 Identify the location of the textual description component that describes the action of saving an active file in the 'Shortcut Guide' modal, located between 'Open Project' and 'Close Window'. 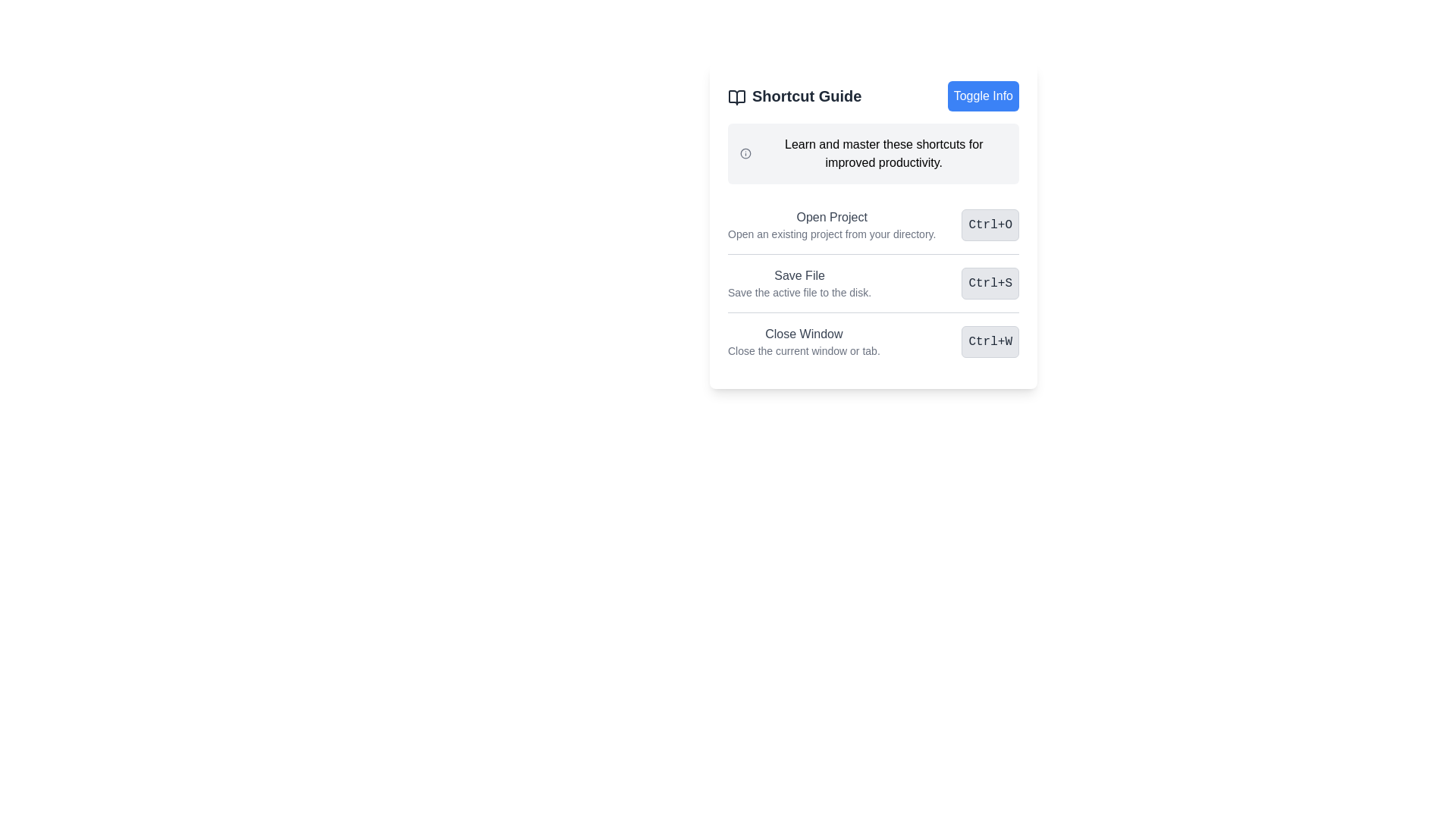
(799, 284).